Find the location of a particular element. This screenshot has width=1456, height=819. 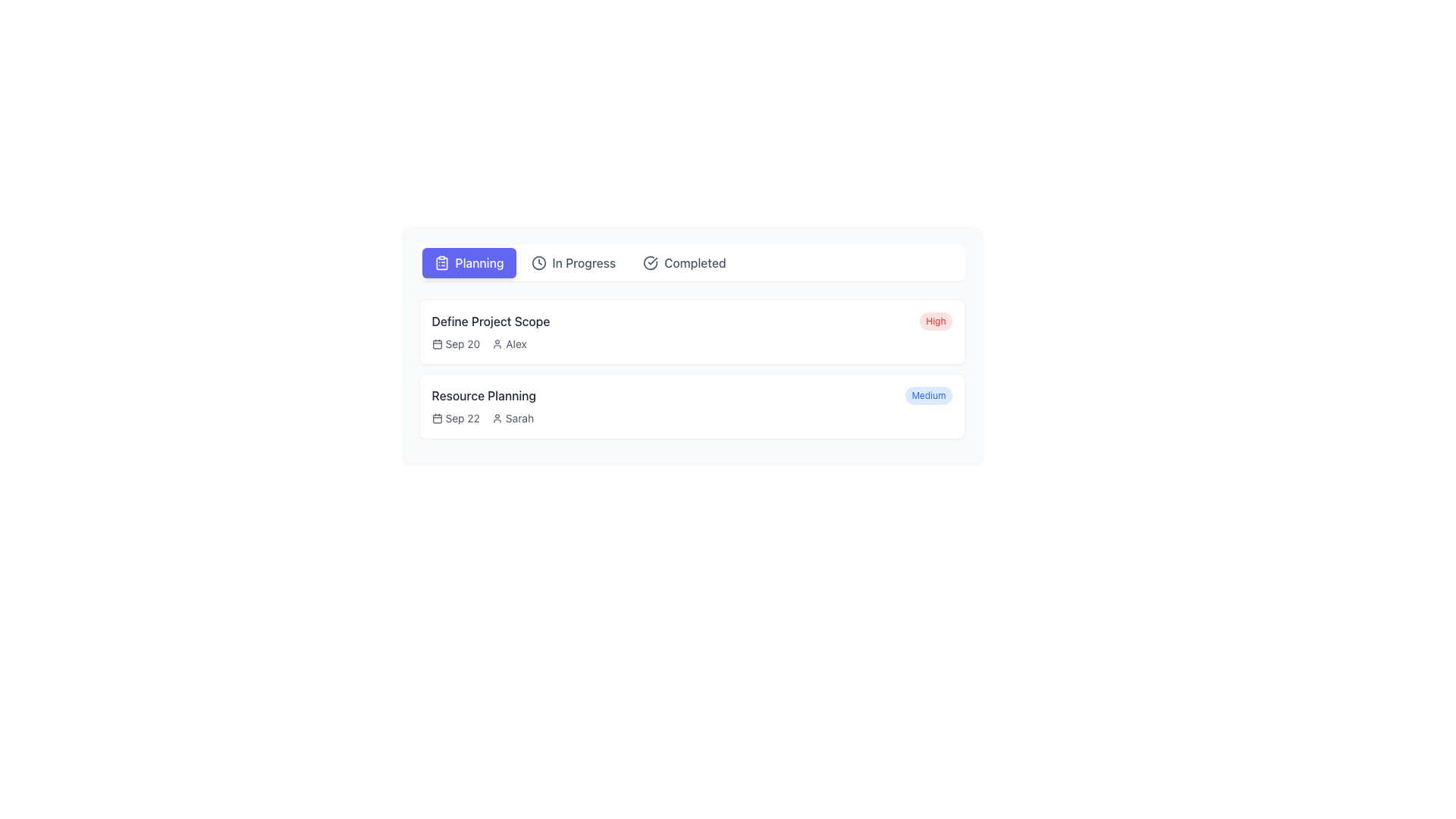

the 'In Progress' filter button, which is the second button in a horizontal arrangement of three buttons is located at coordinates (572, 262).